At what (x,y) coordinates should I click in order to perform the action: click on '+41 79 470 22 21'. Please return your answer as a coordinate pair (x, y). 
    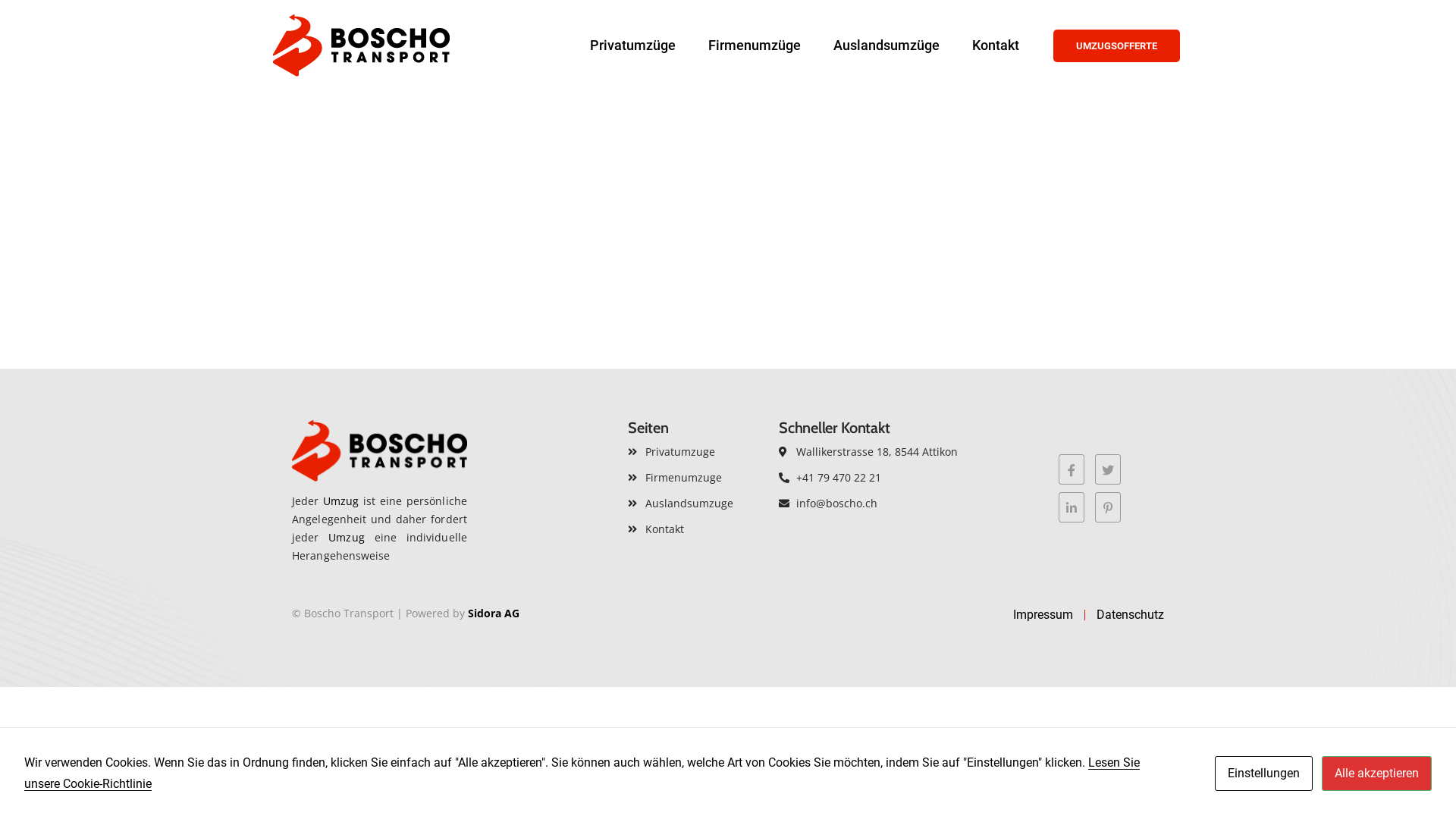
    Looking at the image, I should click on (880, 476).